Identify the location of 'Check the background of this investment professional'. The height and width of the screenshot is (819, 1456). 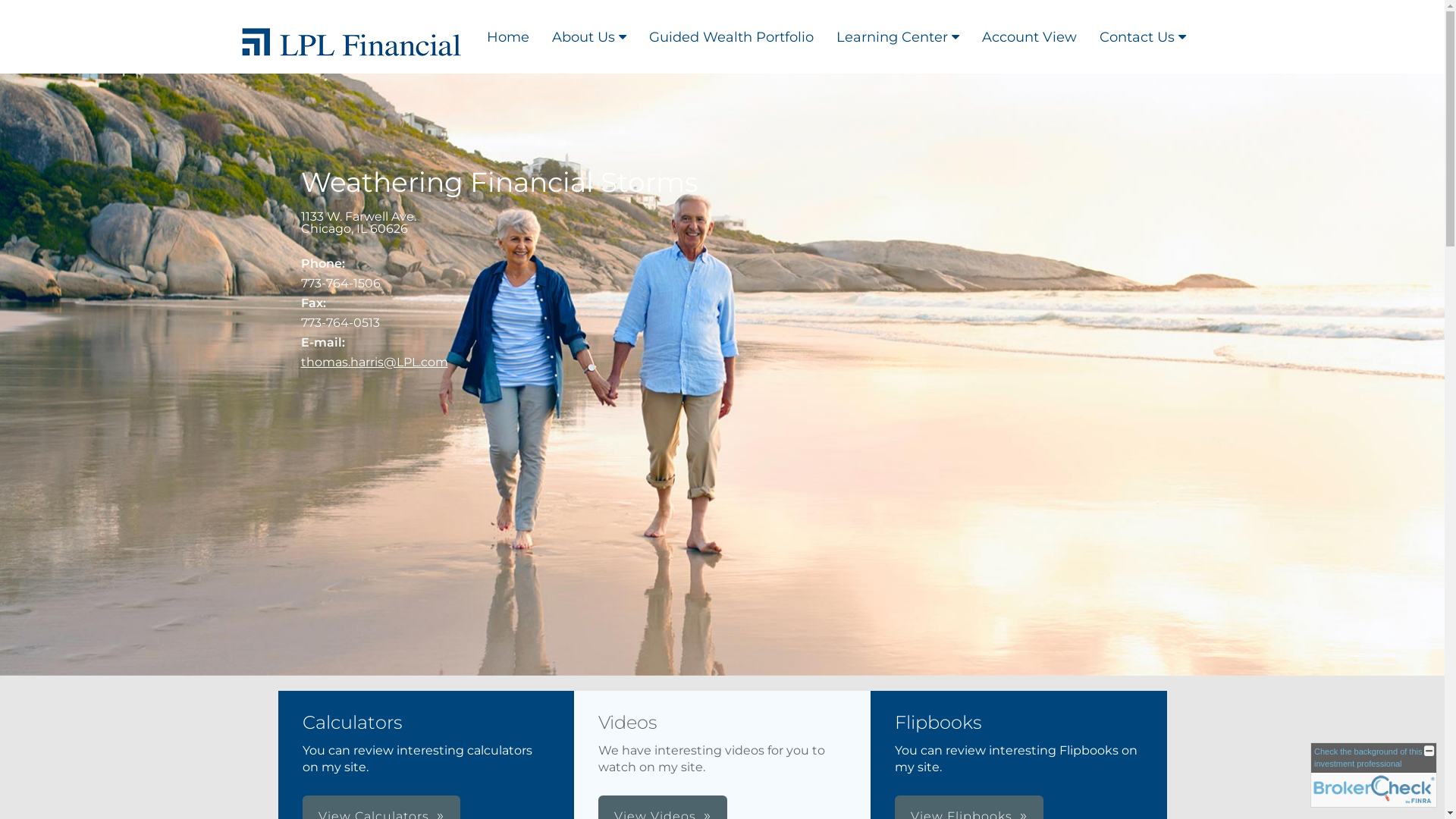
(1368, 757).